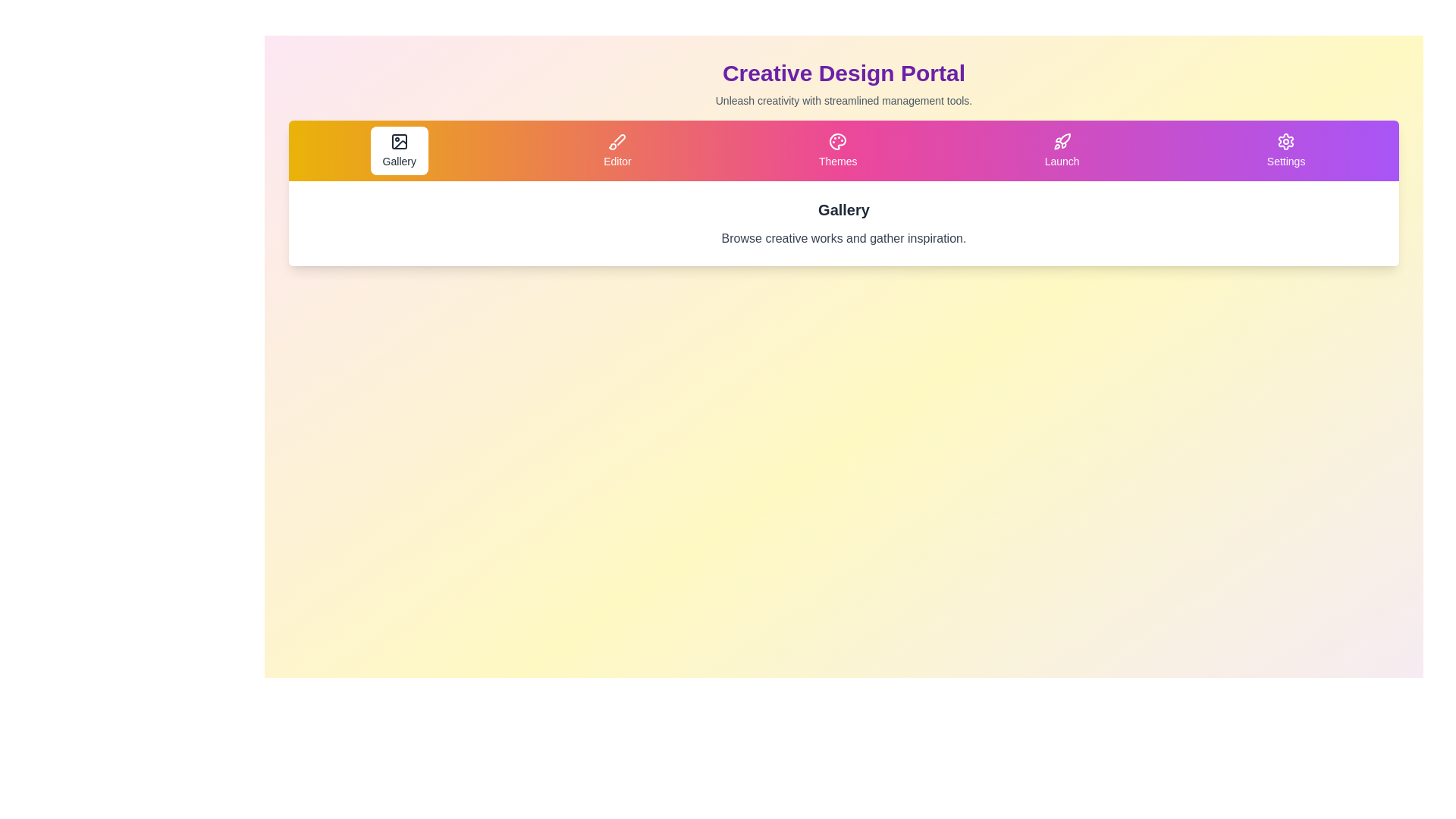  I want to click on the prominently displayed static text heading 'Creative Design Portal', which is styled in bold, large, deep purple font and is located near the top center of the interface, so click(843, 73).